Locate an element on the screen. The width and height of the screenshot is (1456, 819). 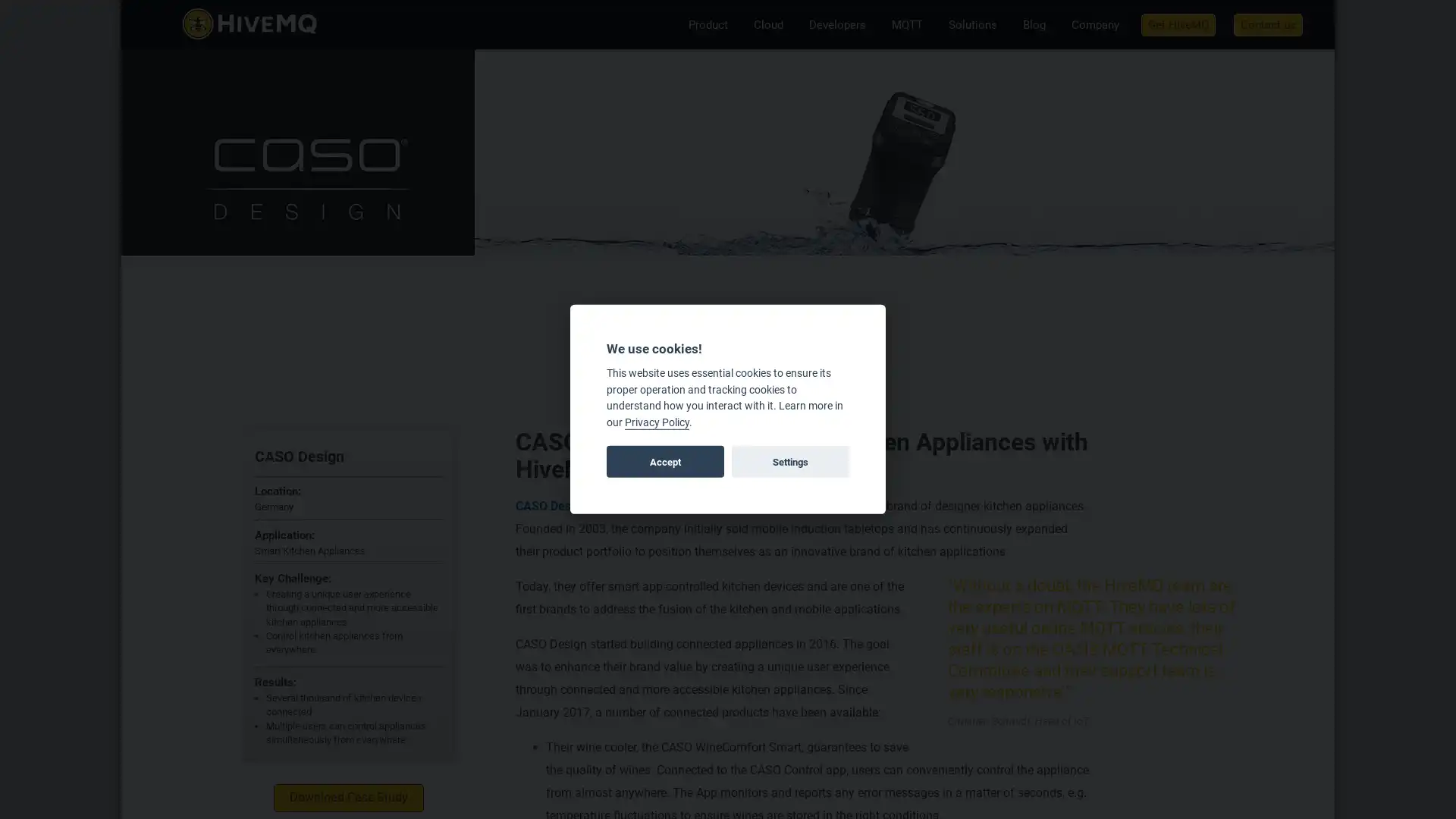
Get HiveMQ is located at coordinates (1178, 24).